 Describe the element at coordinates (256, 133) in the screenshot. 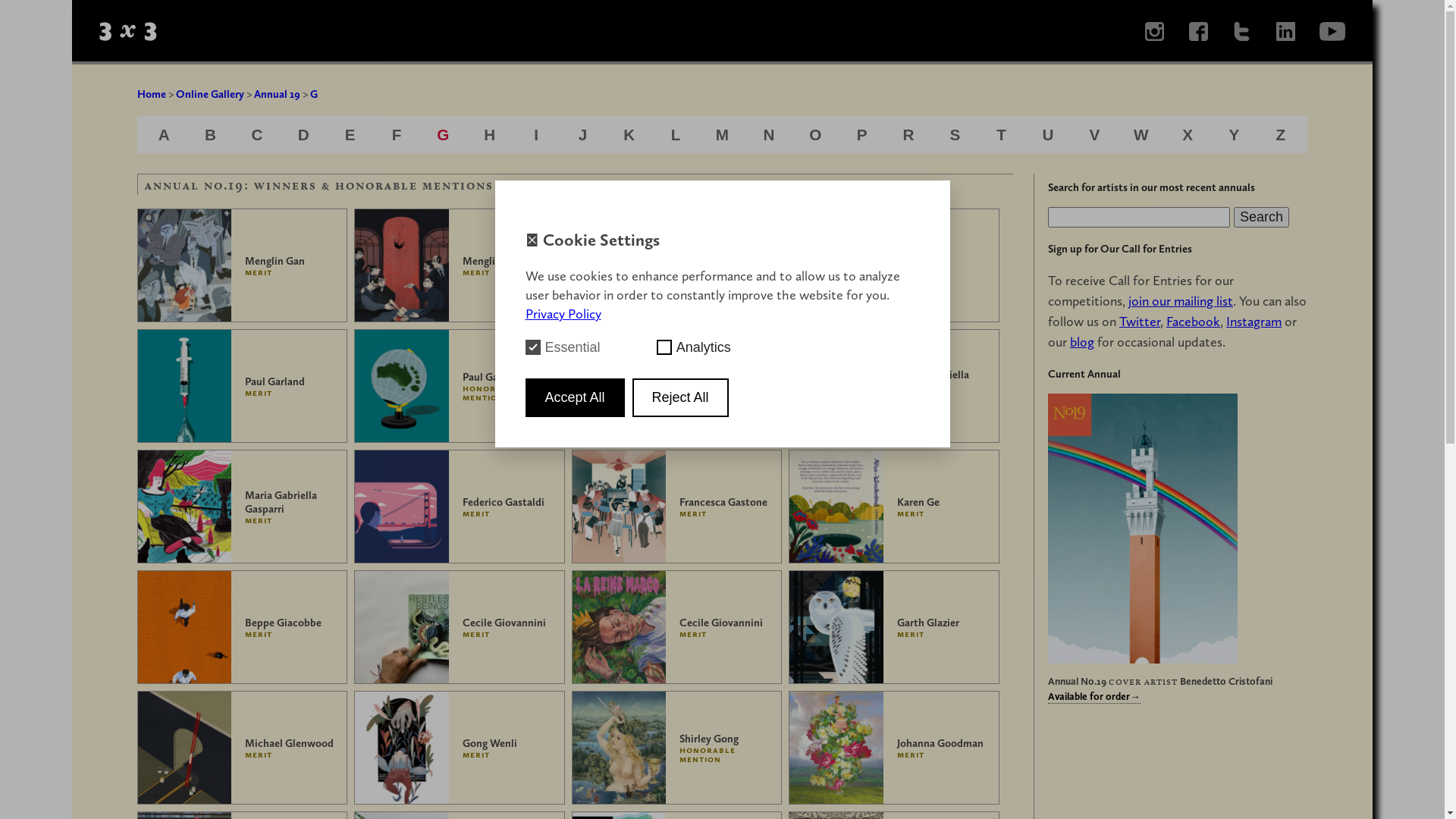

I see `'C'` at that location.